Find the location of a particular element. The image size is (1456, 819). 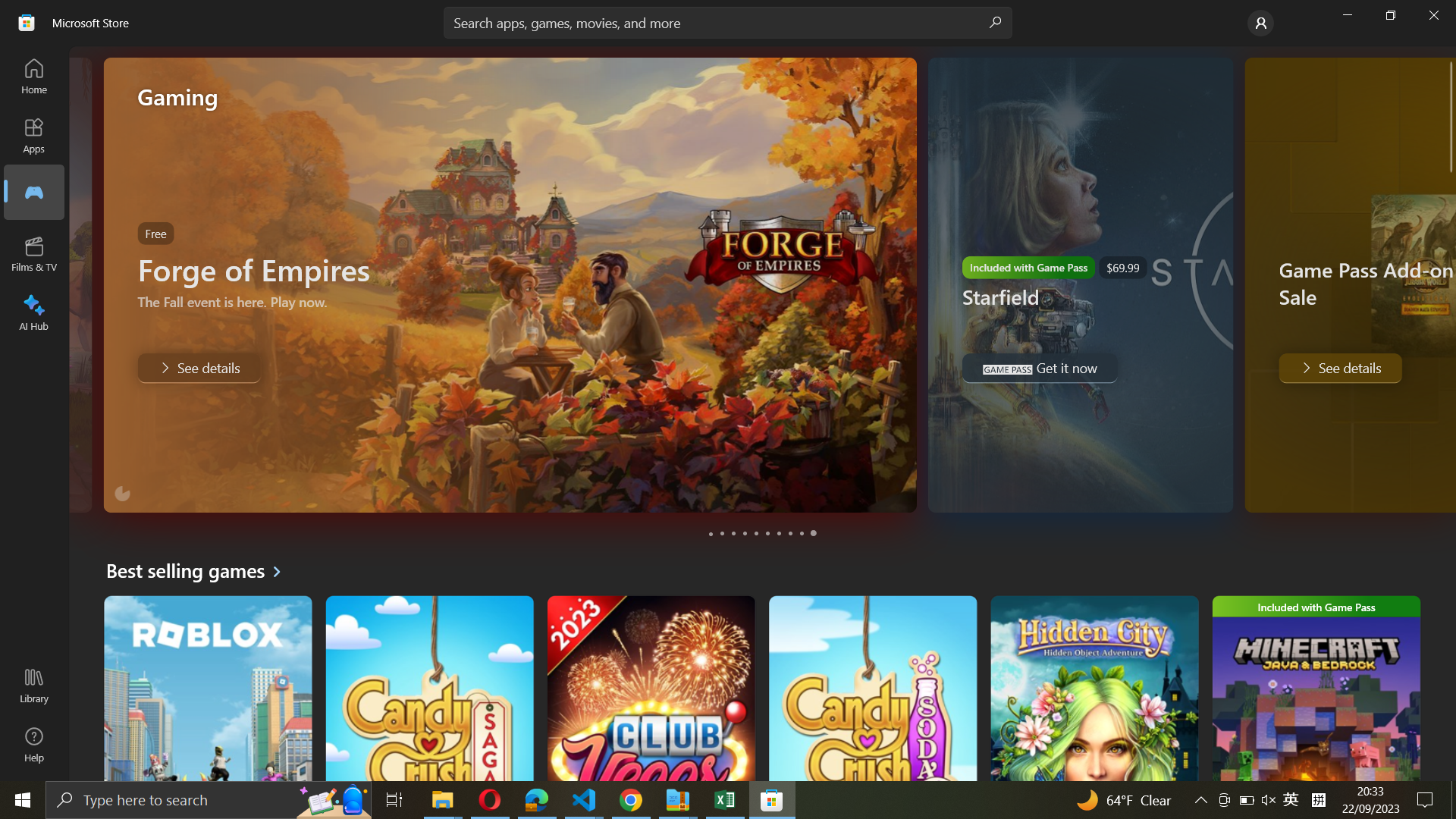

the Library screen is located at coordinates (36, 687).